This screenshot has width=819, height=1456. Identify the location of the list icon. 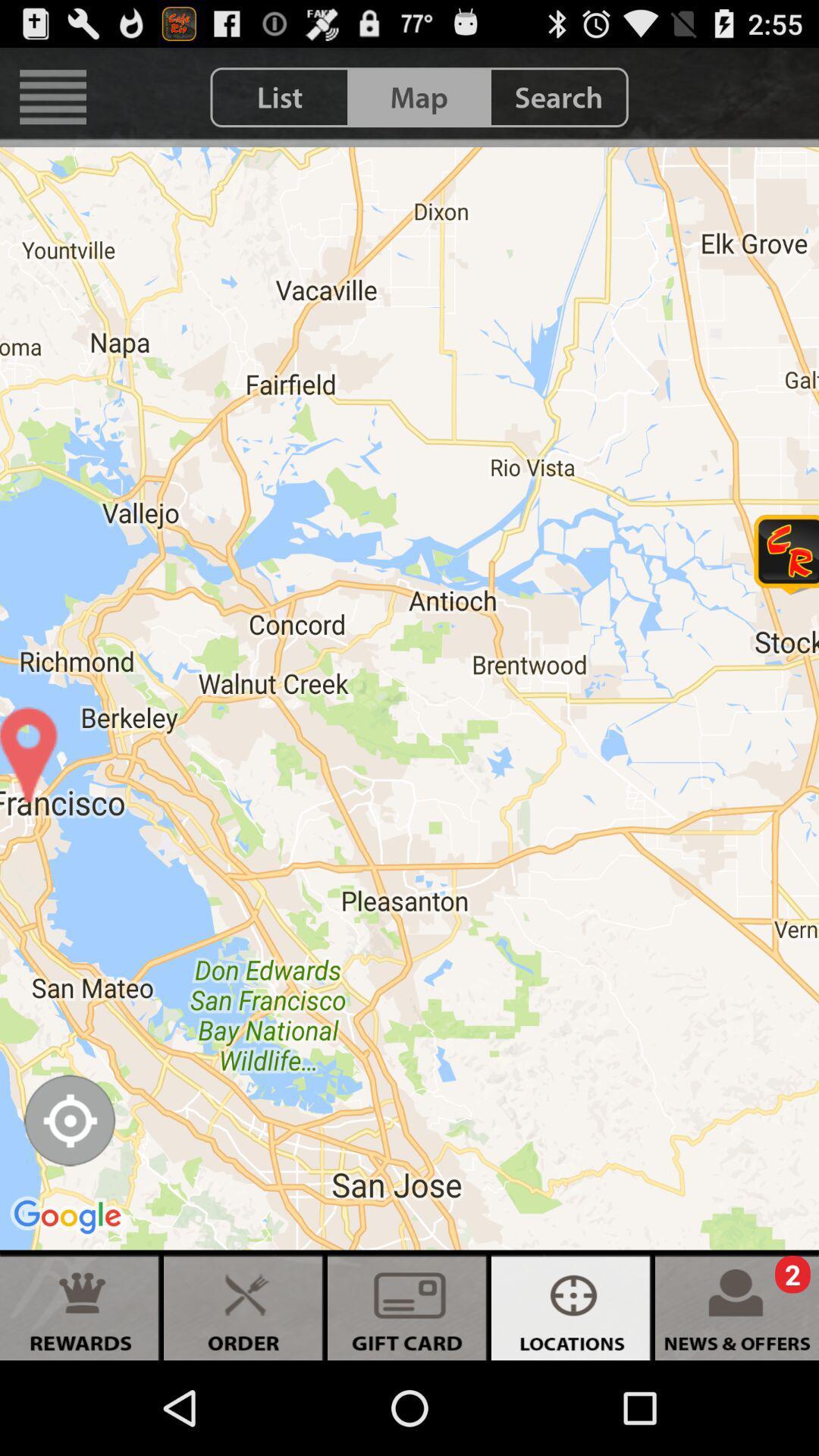
(280, 96).